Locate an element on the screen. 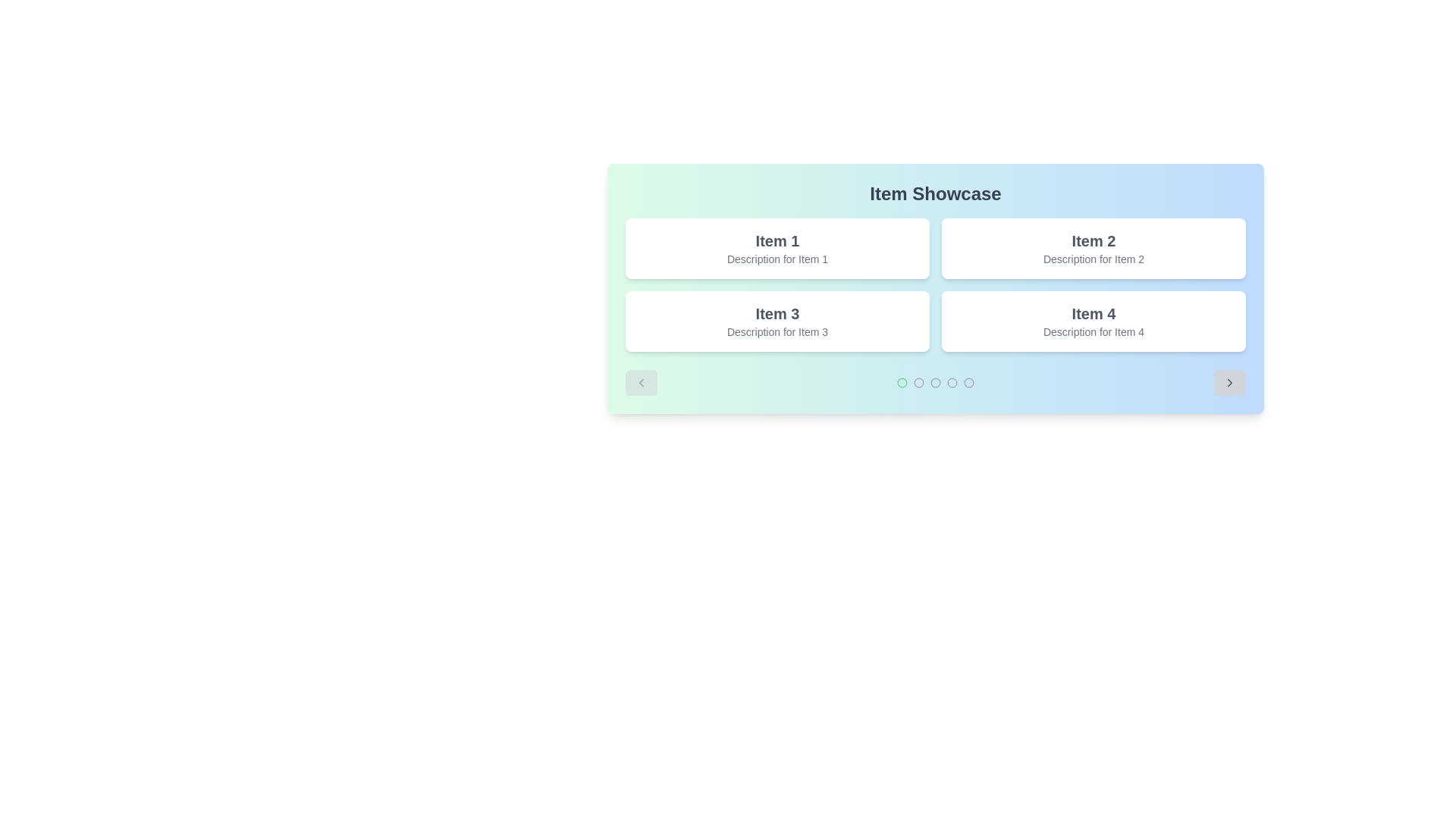  the specific circle in the Pagination Indicator located at the bottom of the 'Item Showcase' section to get more information is located at coordinates (934, 382).